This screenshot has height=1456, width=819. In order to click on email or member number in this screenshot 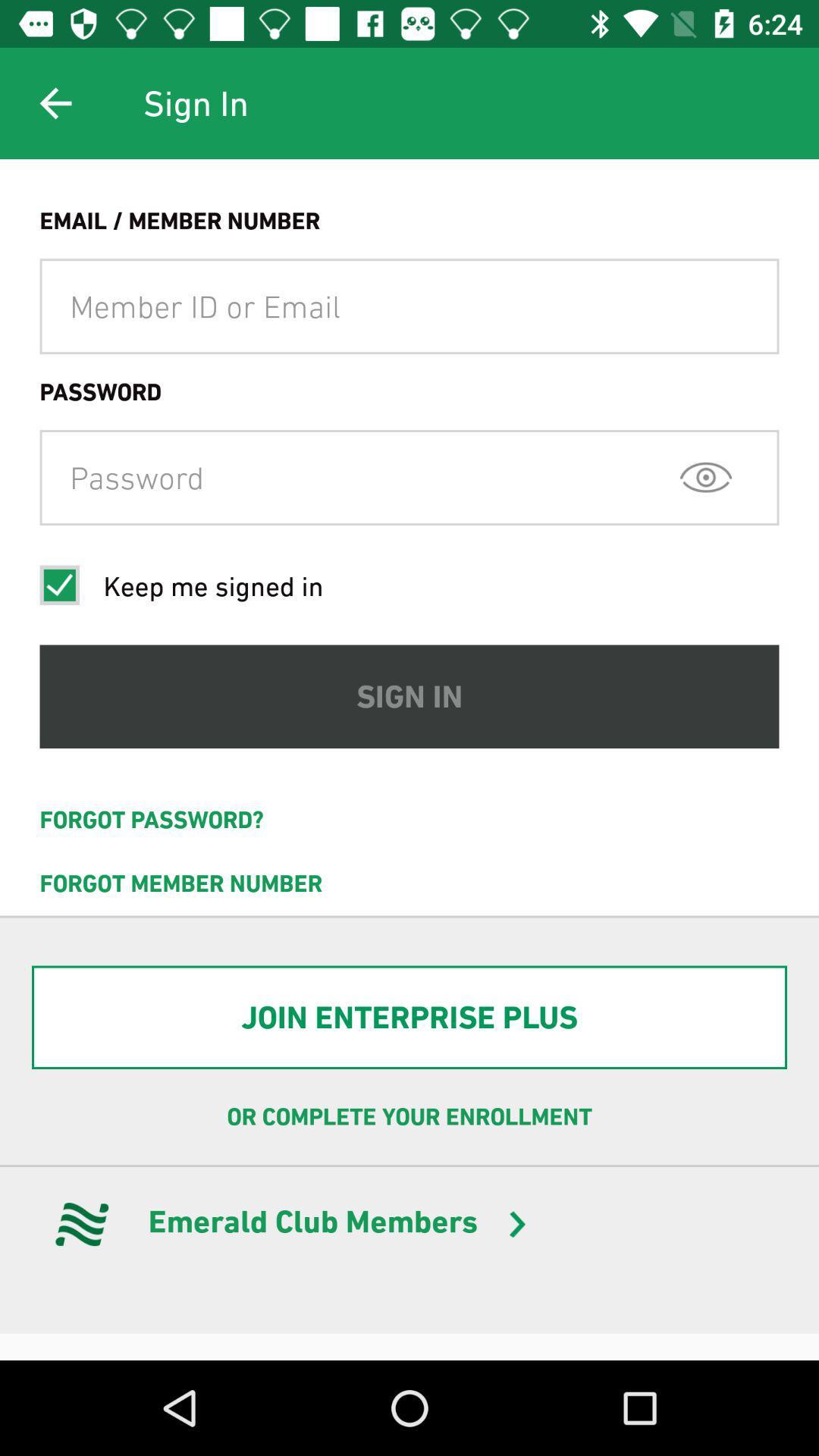, I will do `click(409, 306)`.